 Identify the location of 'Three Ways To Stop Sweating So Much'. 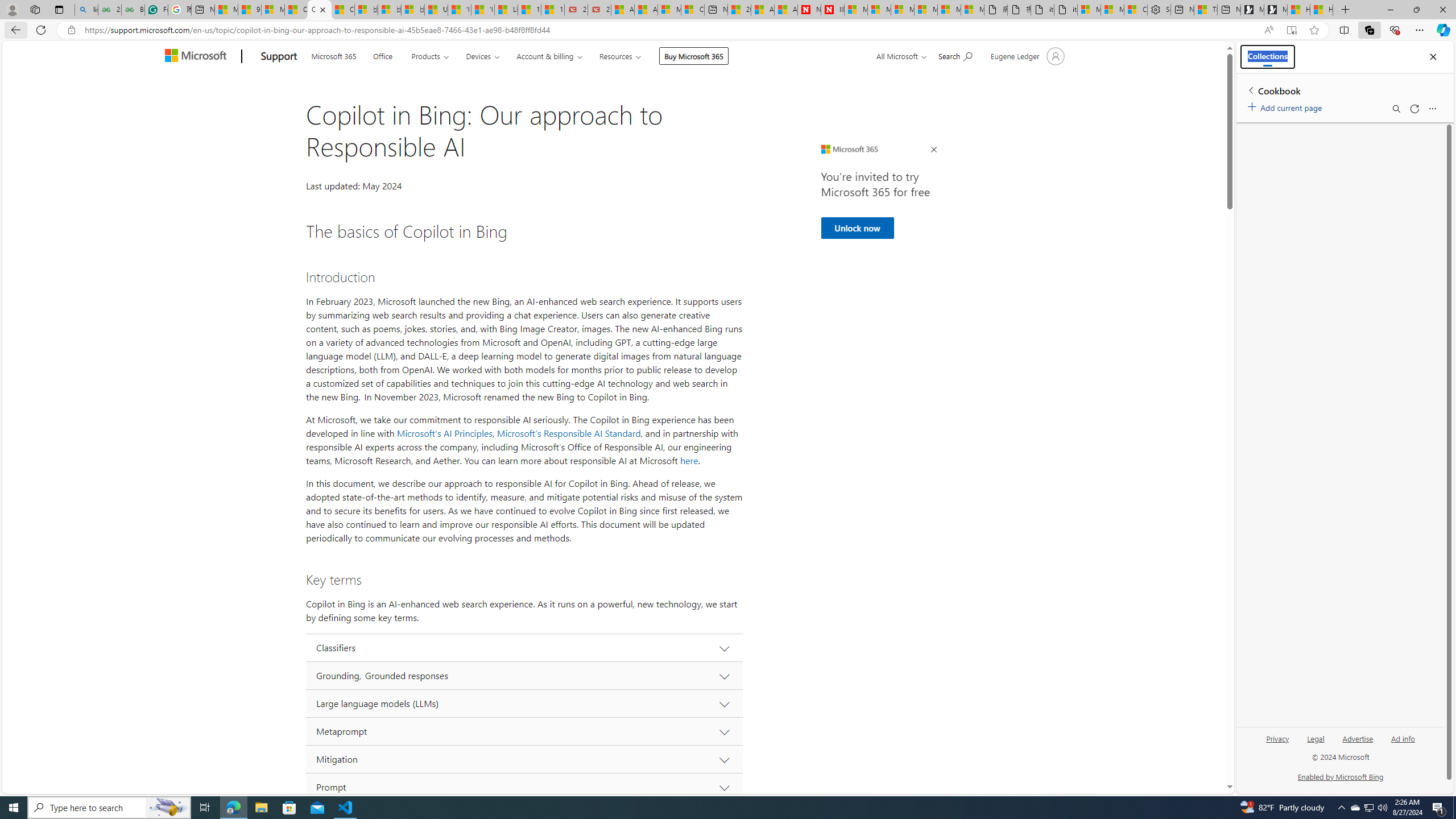
(1205, 9).